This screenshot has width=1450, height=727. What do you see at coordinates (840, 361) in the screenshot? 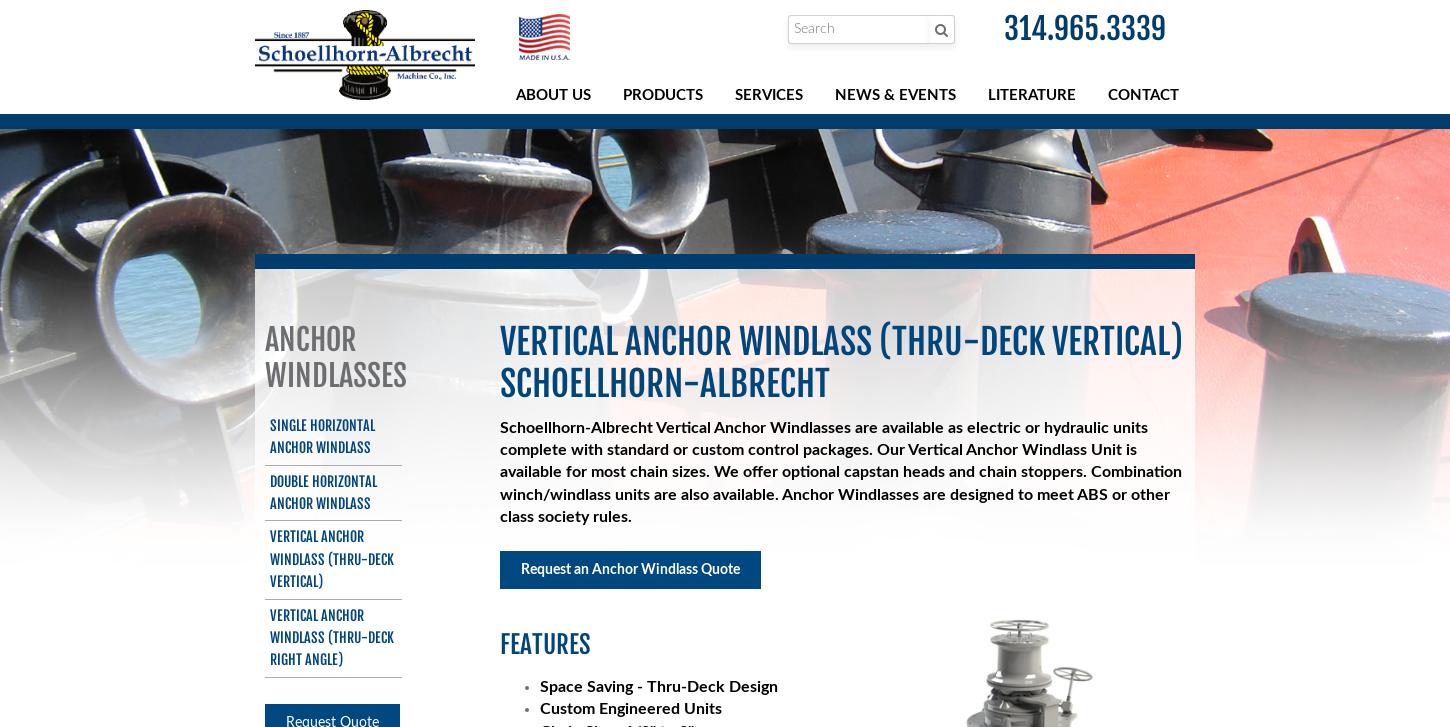
I see `'VERTICAL ANCHOR WINDLASS (THRU-DECK VERTICAL) Schoellhorn-Albrecht'` at bounding box center [840, 361].